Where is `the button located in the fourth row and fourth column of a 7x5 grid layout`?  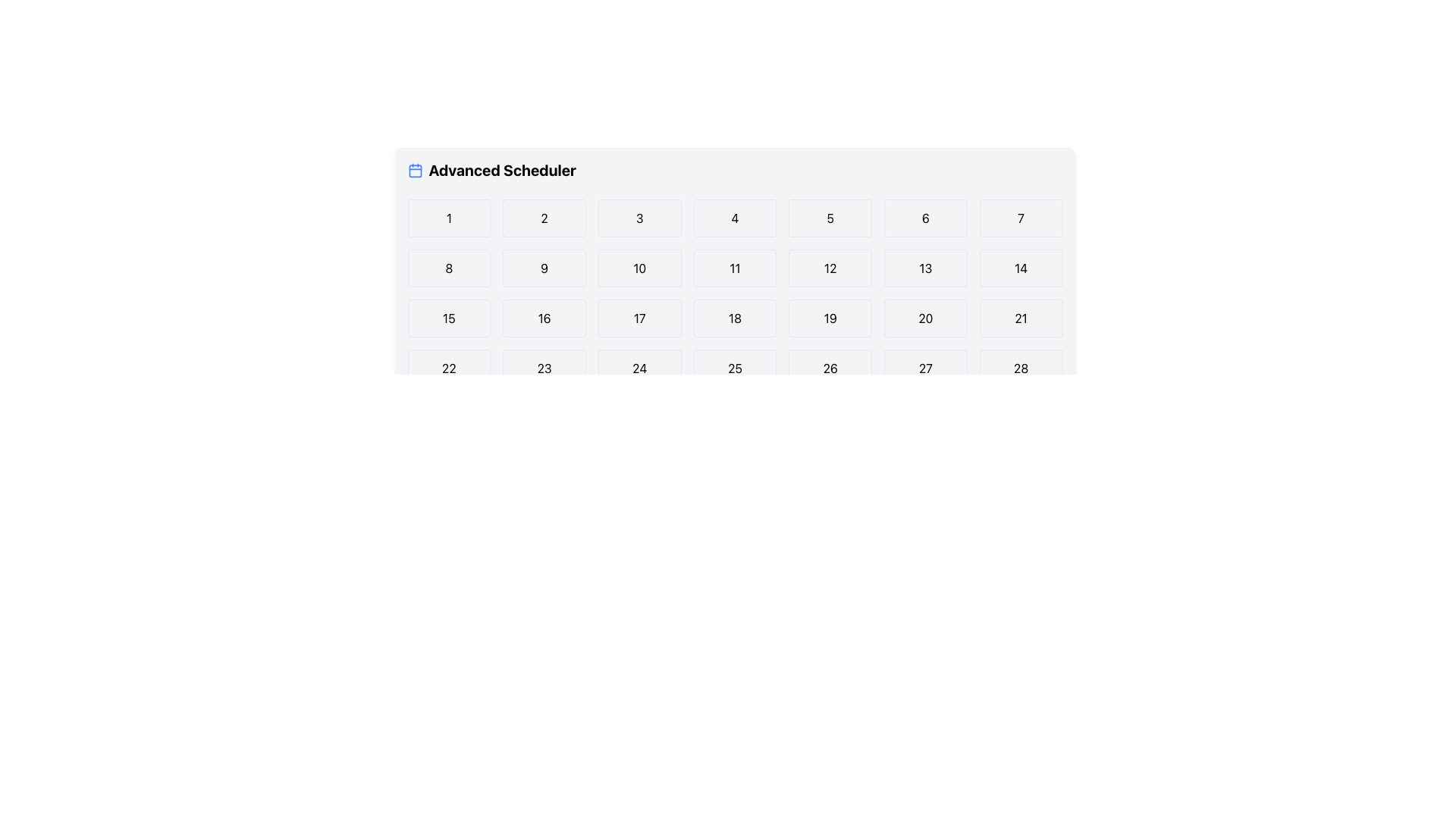 the button located in the fourth row and fourth column of a 7x5 grid layout is located at coordinates (639, 369).